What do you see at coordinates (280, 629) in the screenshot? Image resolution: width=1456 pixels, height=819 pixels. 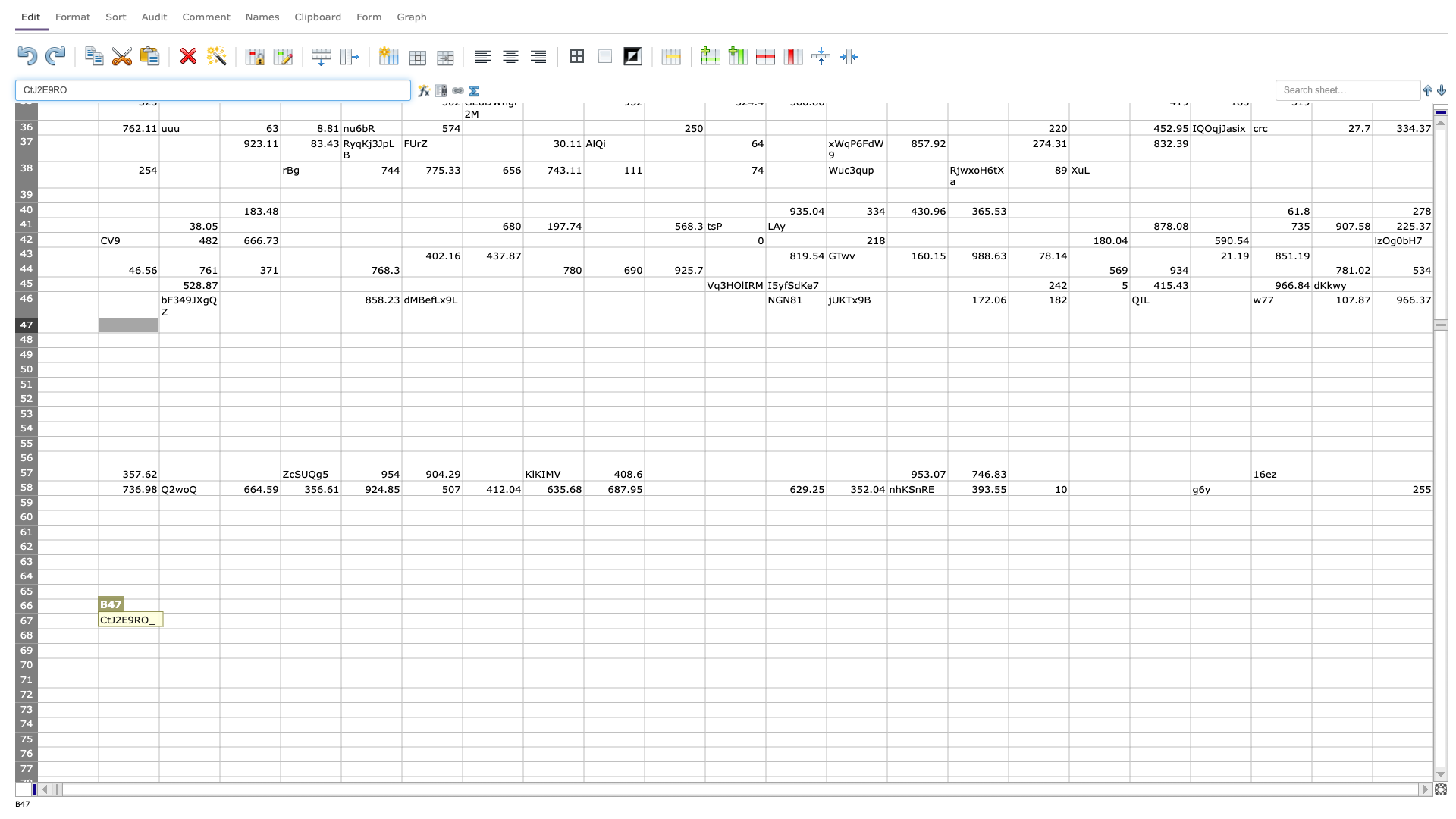 I see `bottom right corner of cell D67` at bounding box center [280, 629].